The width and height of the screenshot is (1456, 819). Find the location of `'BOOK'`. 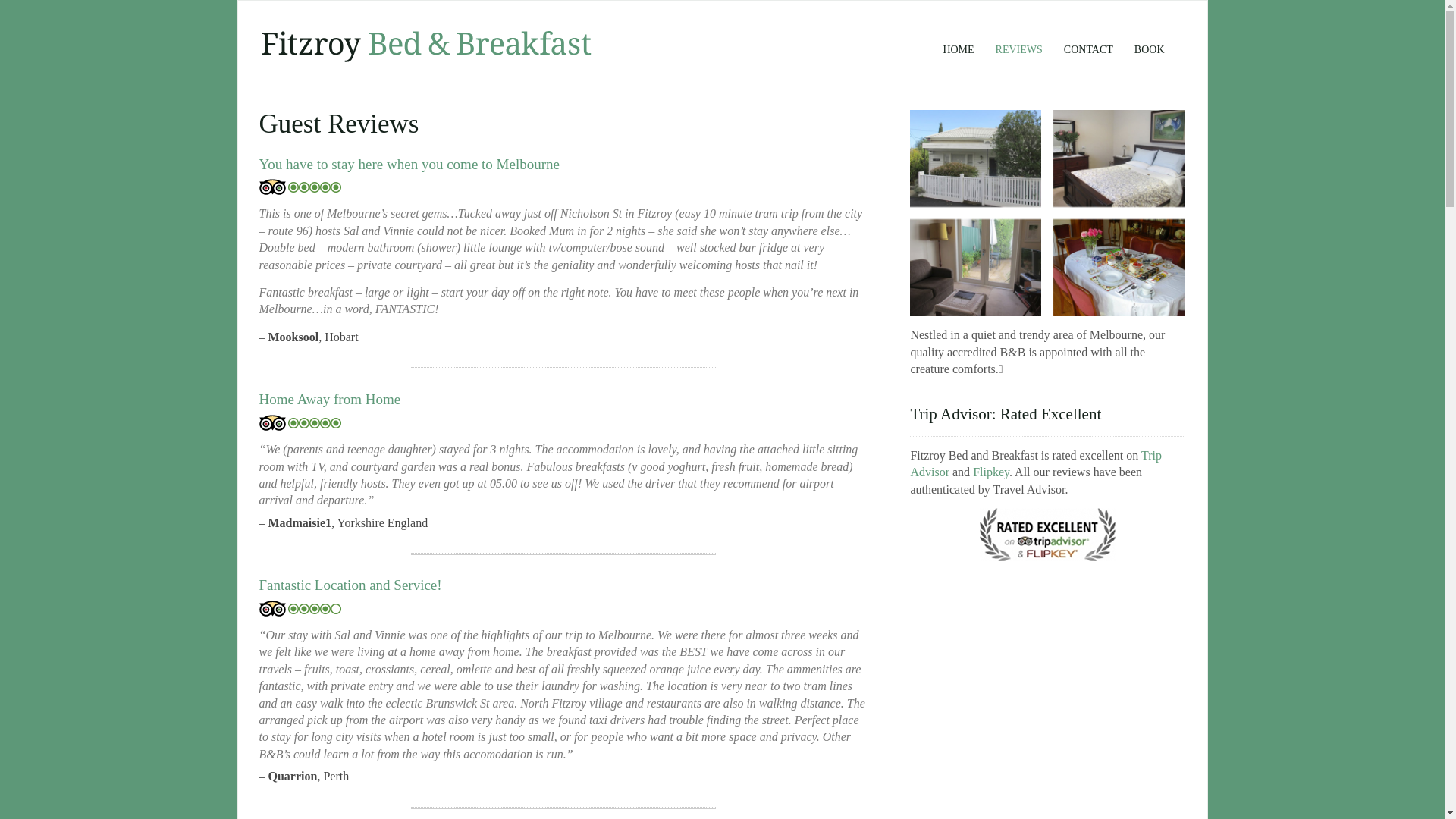

'BOOK' is located at coordinates (1150, 43).